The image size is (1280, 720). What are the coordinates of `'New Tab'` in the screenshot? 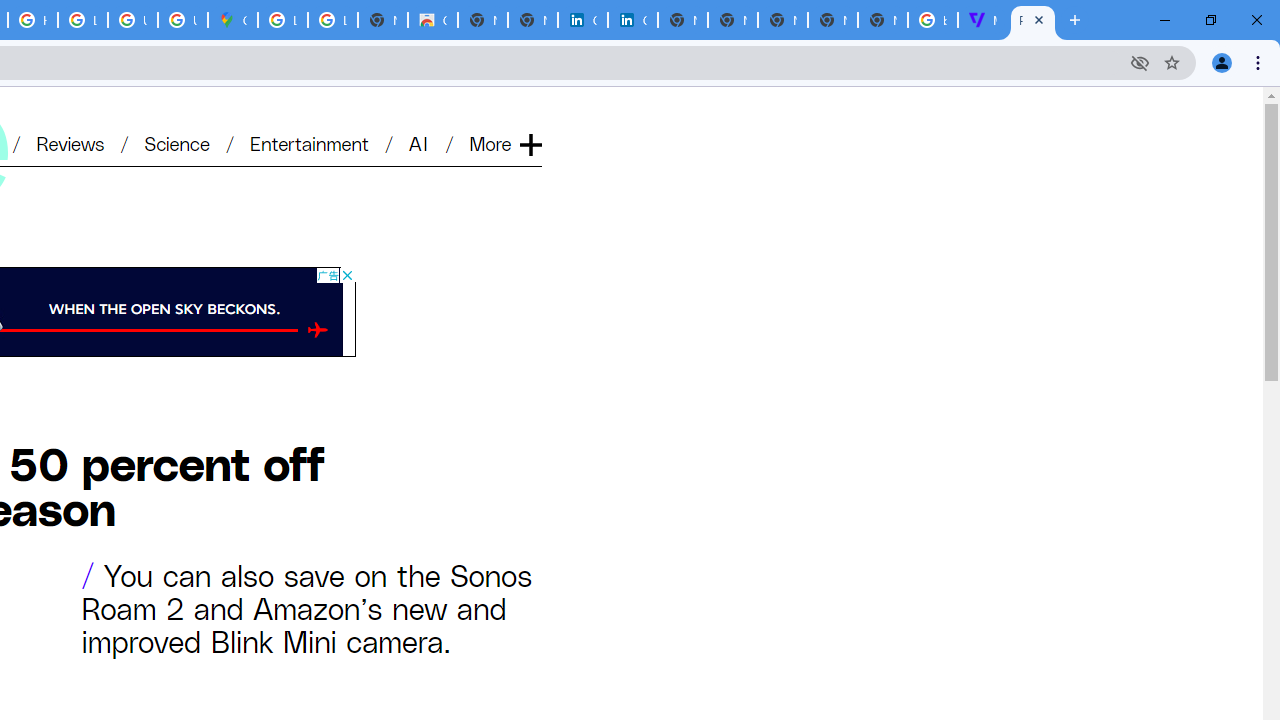 It's located at (881, 20).